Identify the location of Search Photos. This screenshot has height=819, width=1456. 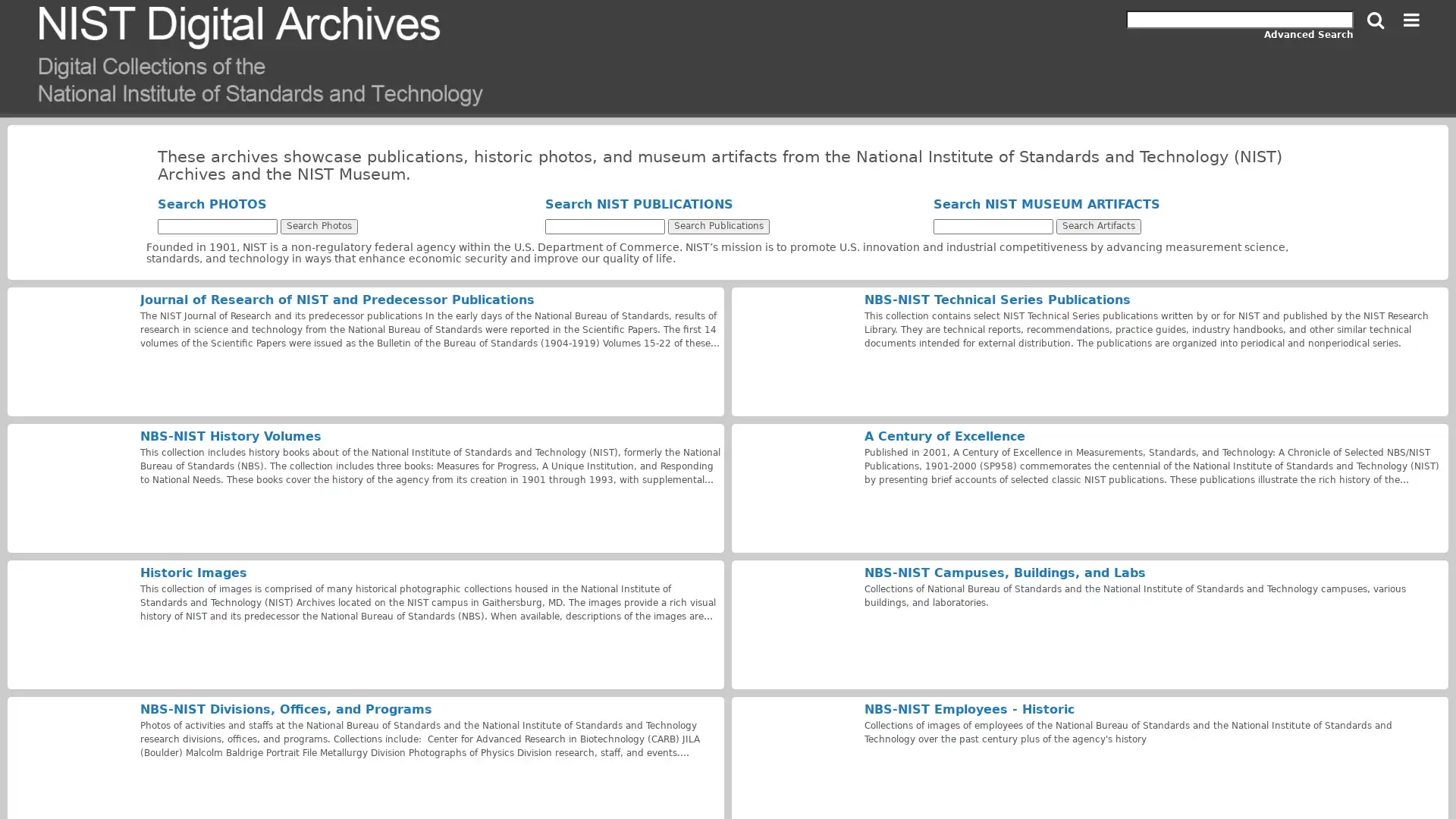
(318, 225).